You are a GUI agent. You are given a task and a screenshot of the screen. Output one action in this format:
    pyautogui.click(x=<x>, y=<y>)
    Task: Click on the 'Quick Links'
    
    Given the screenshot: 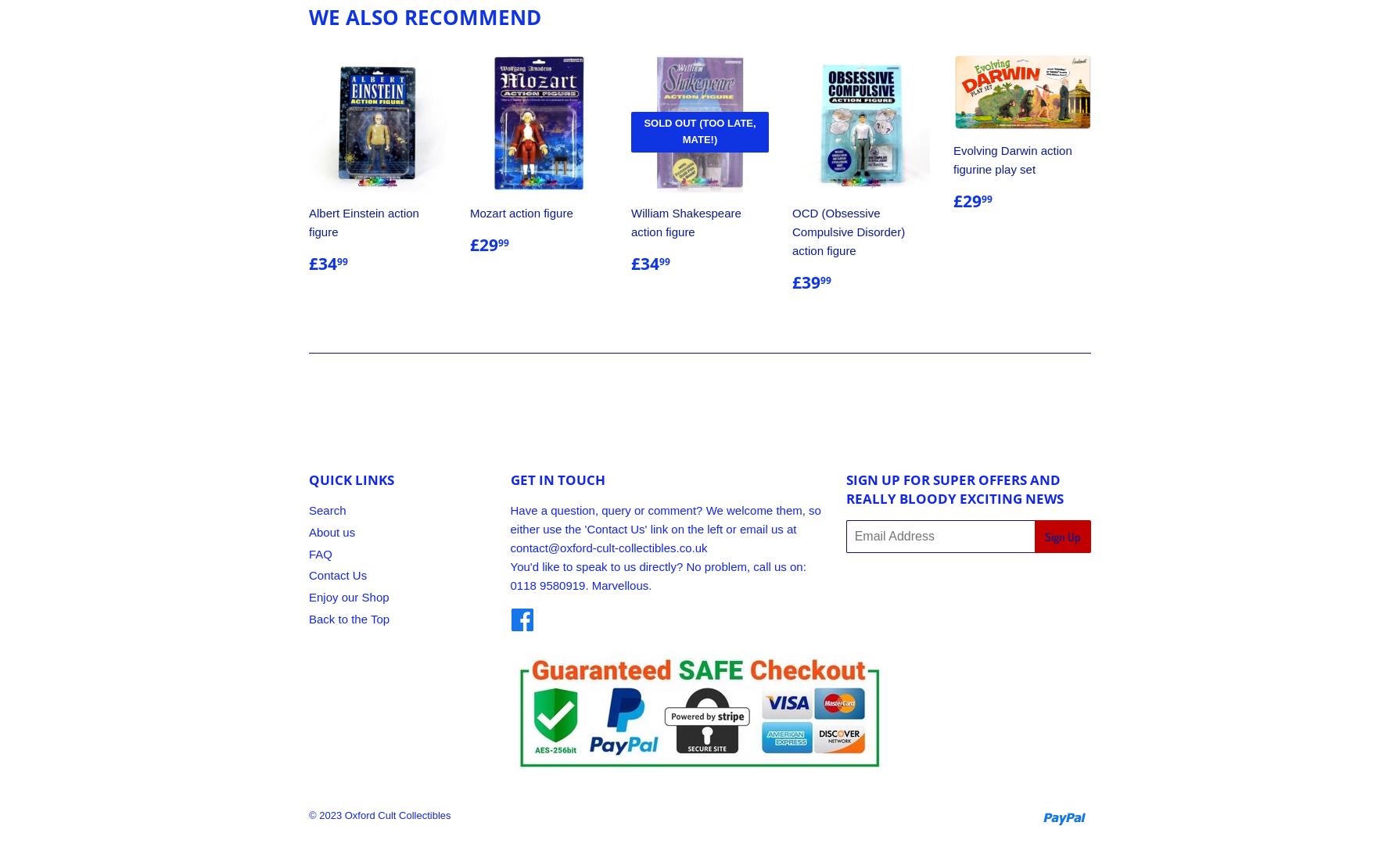 What is the action you would take?
    pyautogui.click(x=309, y=479)
    